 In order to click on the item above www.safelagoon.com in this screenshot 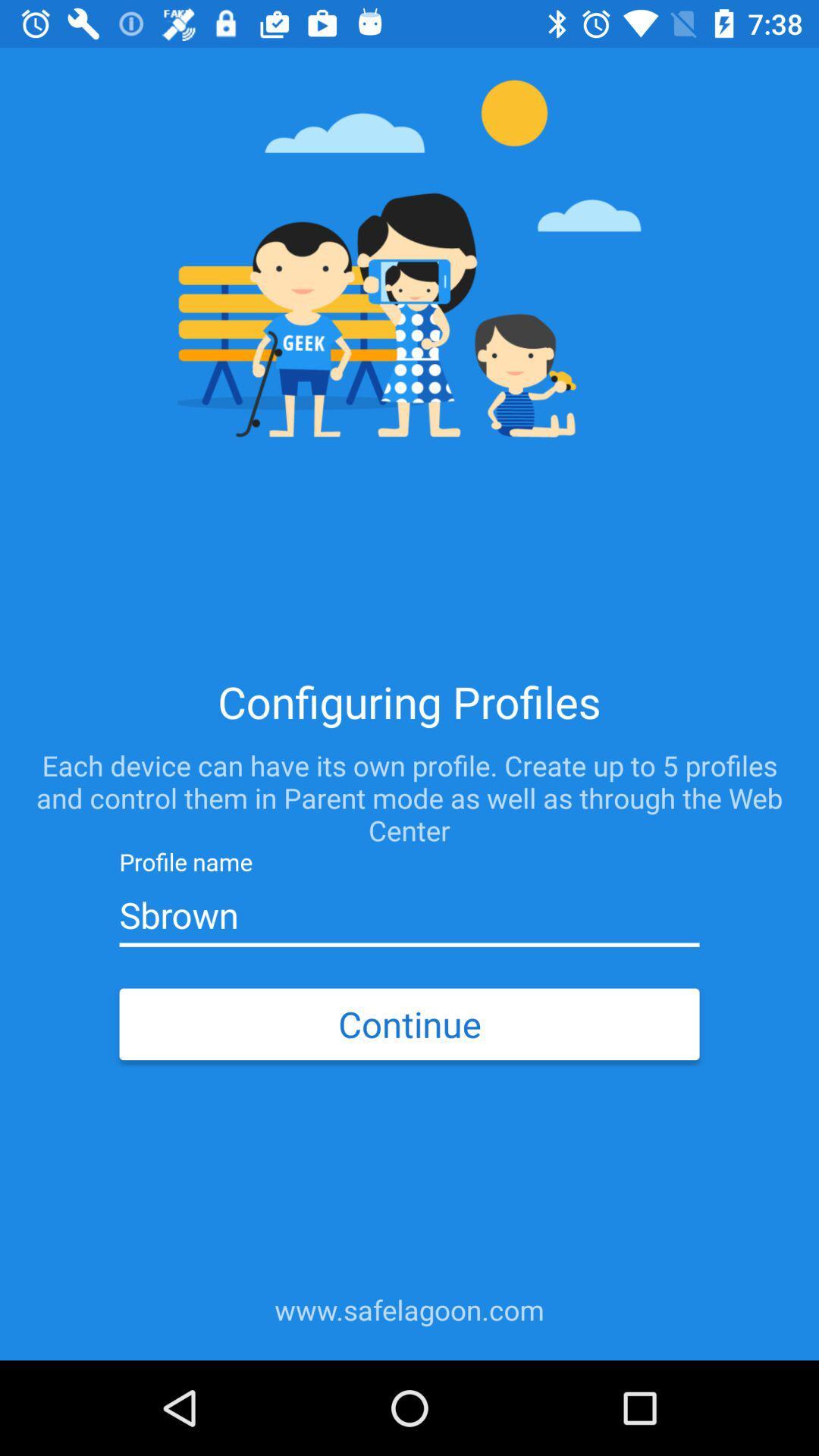, I will do `click(409, 1024)`.